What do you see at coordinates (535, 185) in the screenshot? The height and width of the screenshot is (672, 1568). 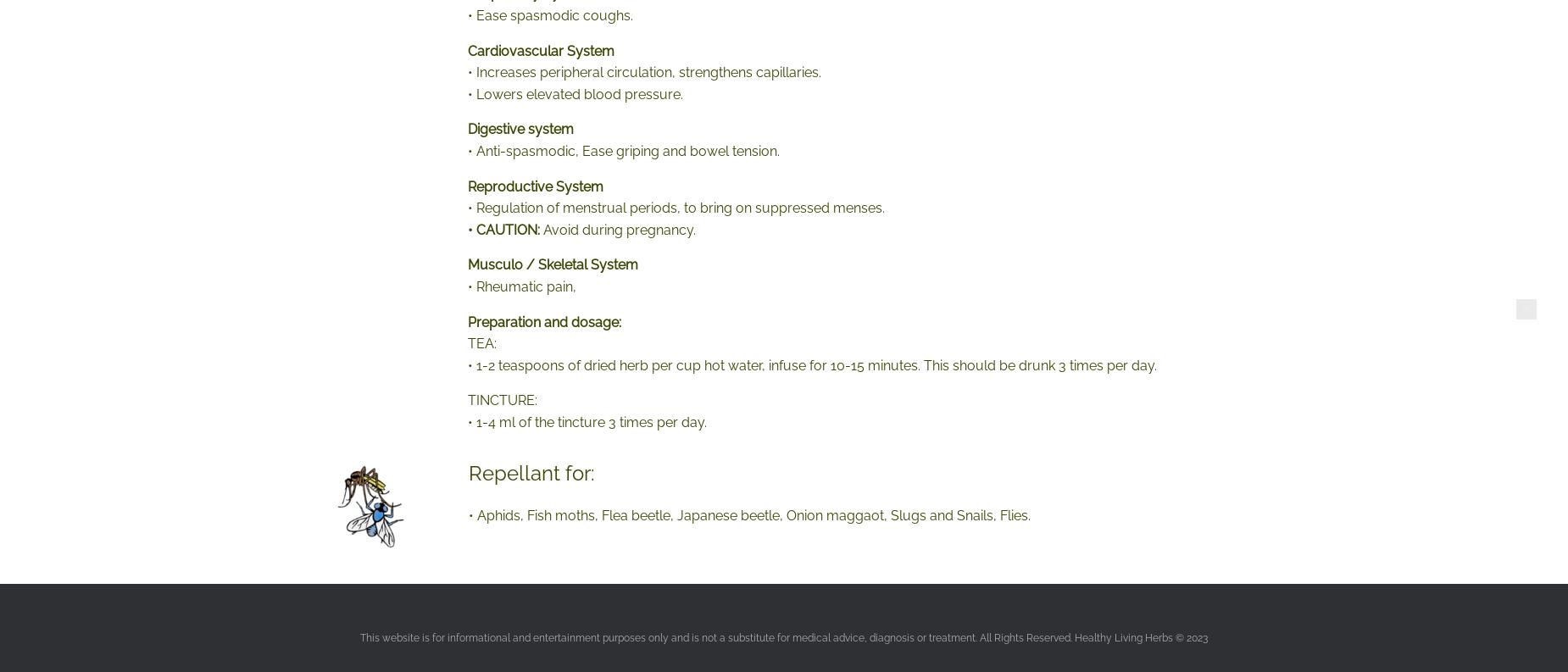 I see `'Reproductive System'` at bounding box center [535, 185].